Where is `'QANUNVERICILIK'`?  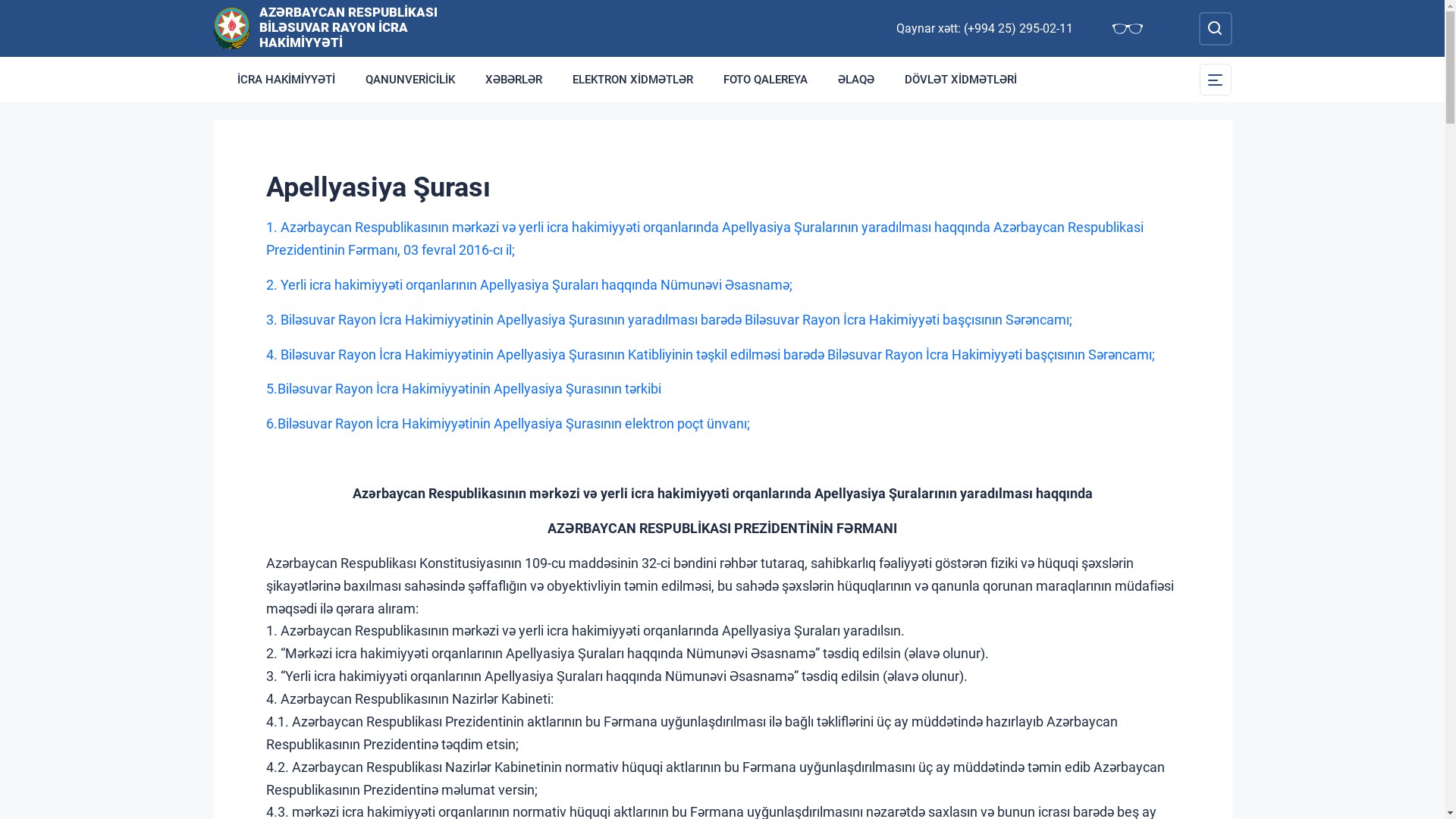
'QANUNVERICILIK' is located at coordinates (410, 79).